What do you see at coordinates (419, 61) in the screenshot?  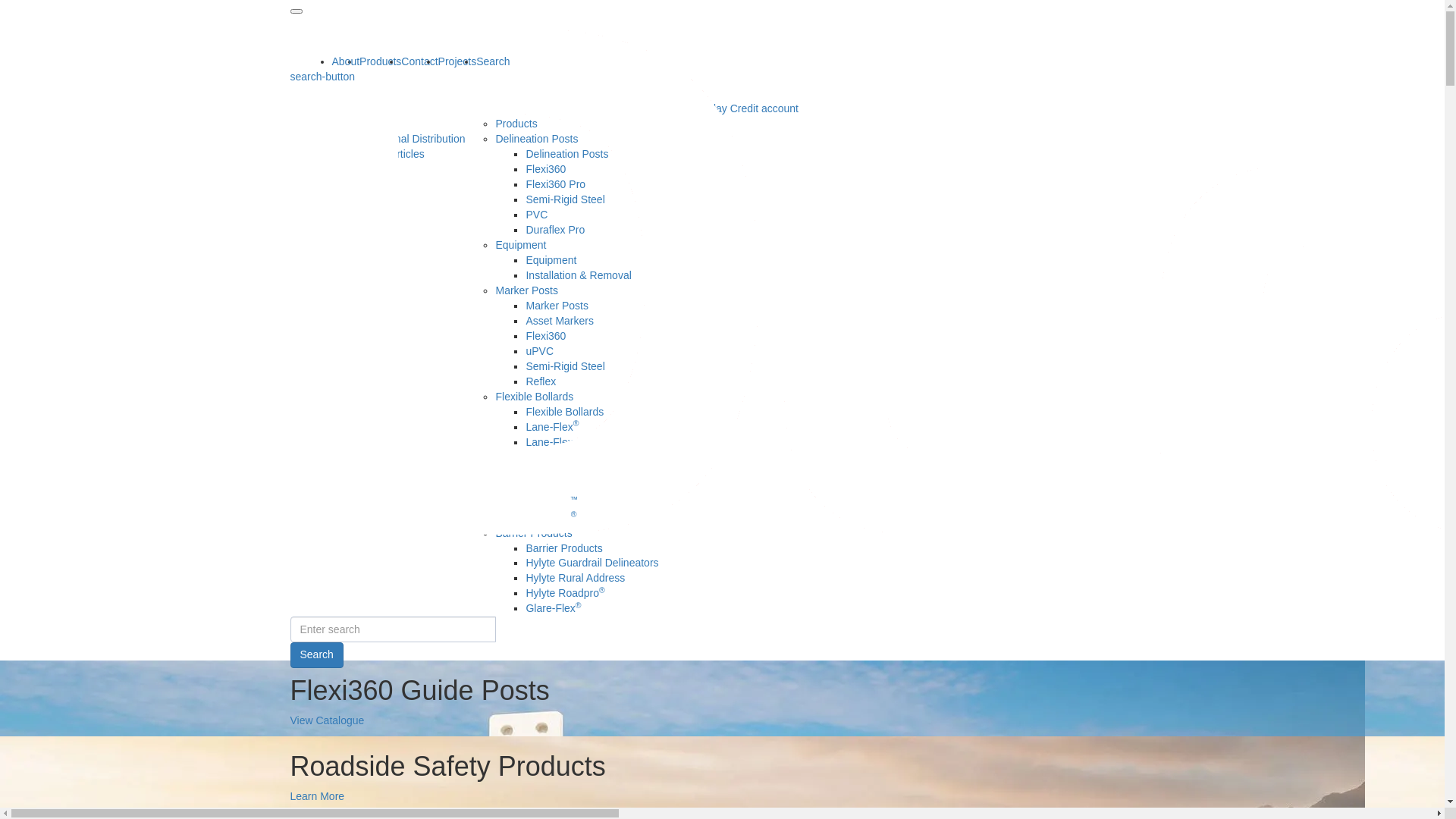 I see `'Contact'` at bounding box center [419, 61].